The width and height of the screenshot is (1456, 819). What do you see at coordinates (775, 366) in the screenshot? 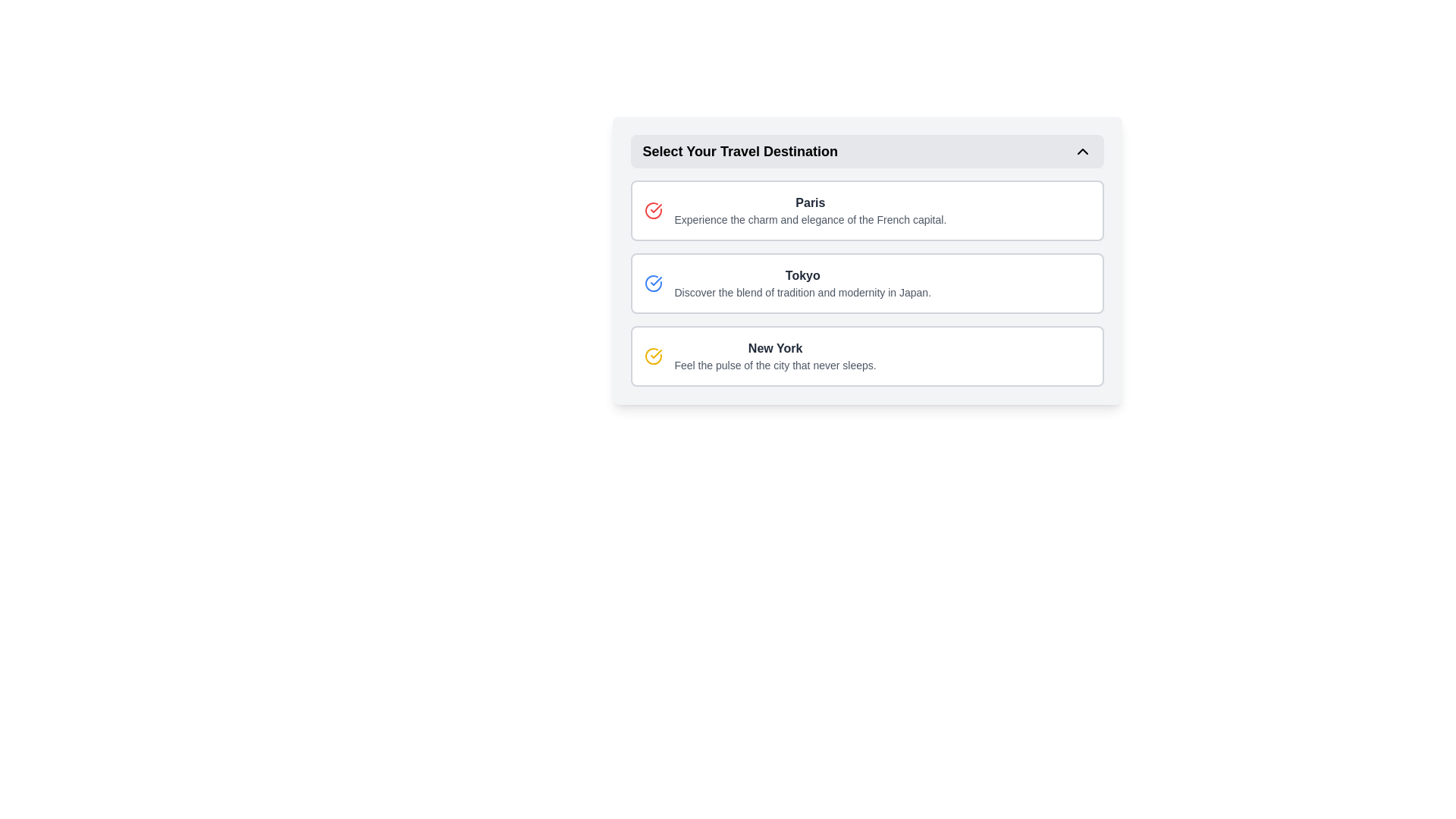
I see `the label element displaying 'Feel the pulse of the city that never sleeps.' which is positioned below the title 'New York' in the travel destination selection list` at bounding box center [775, 366].